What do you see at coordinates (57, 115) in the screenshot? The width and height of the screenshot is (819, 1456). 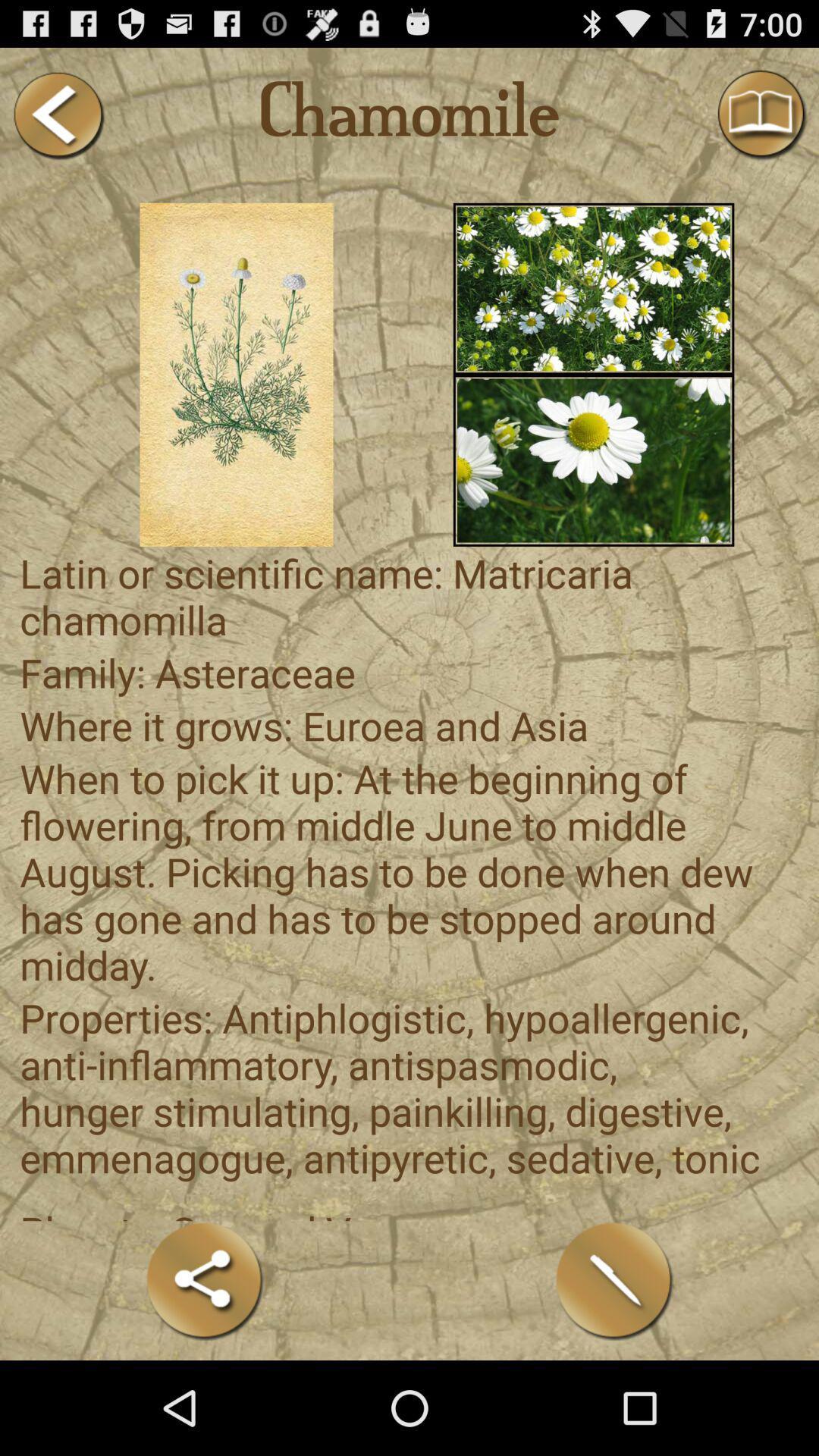 I see `previous` at bounding box center [57, 115].